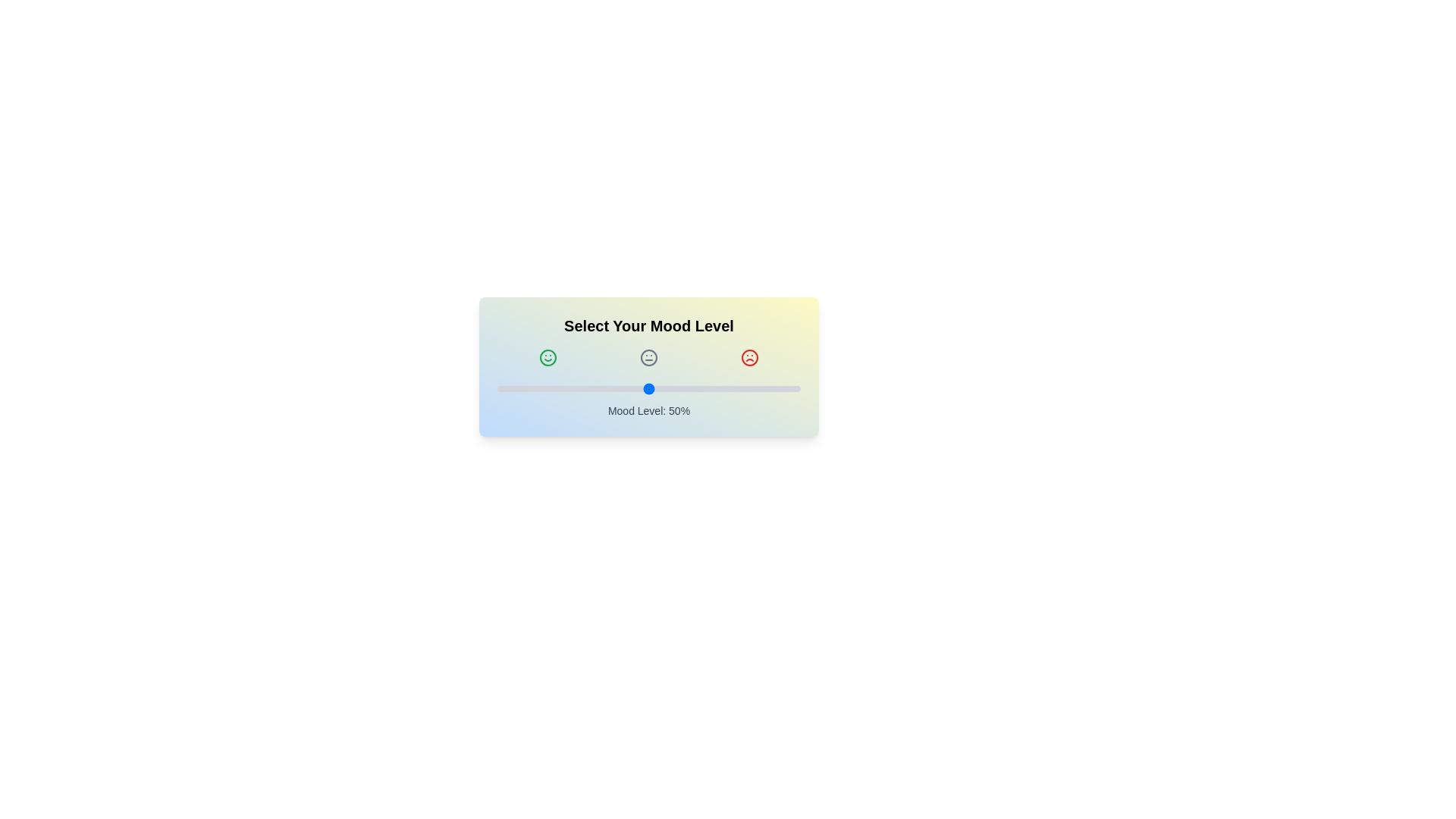 The width and height of the screenshot is (1456, 819). I want to click on the red circular icon with a frowning face, so click(750, 357).